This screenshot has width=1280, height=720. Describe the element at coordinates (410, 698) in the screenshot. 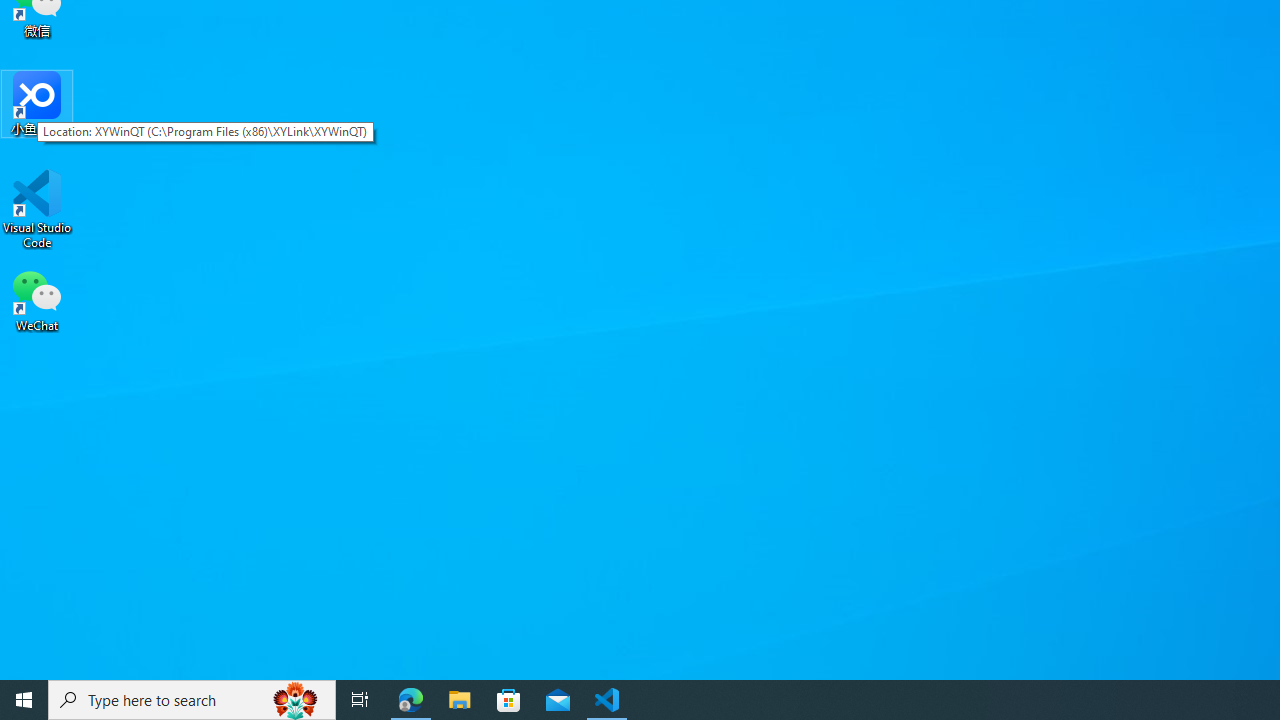

I see `'Microsoft Edge - 1 running window'` at that location.